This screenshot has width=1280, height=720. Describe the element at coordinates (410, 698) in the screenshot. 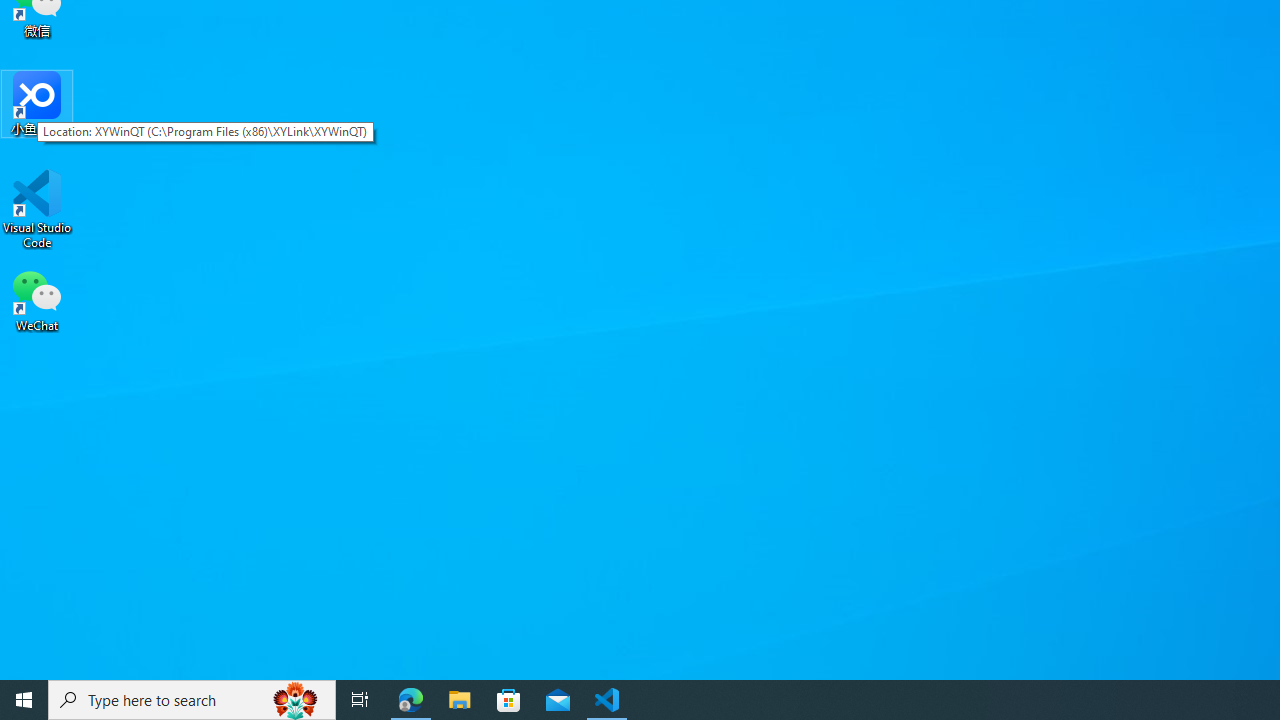

I see `'Microsoft Edge - 1 running window'` at that location.